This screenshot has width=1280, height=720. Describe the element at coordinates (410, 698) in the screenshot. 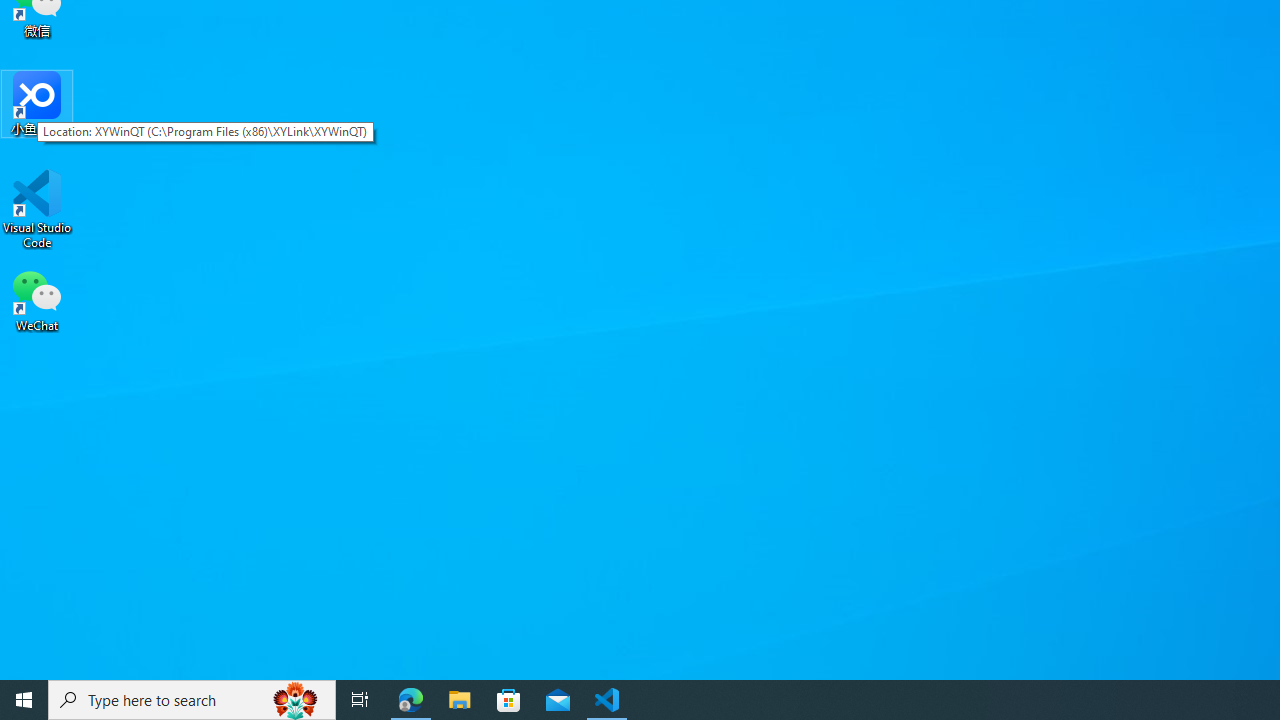

I see `'Microsoft Edge - 1 running window'` at that location.